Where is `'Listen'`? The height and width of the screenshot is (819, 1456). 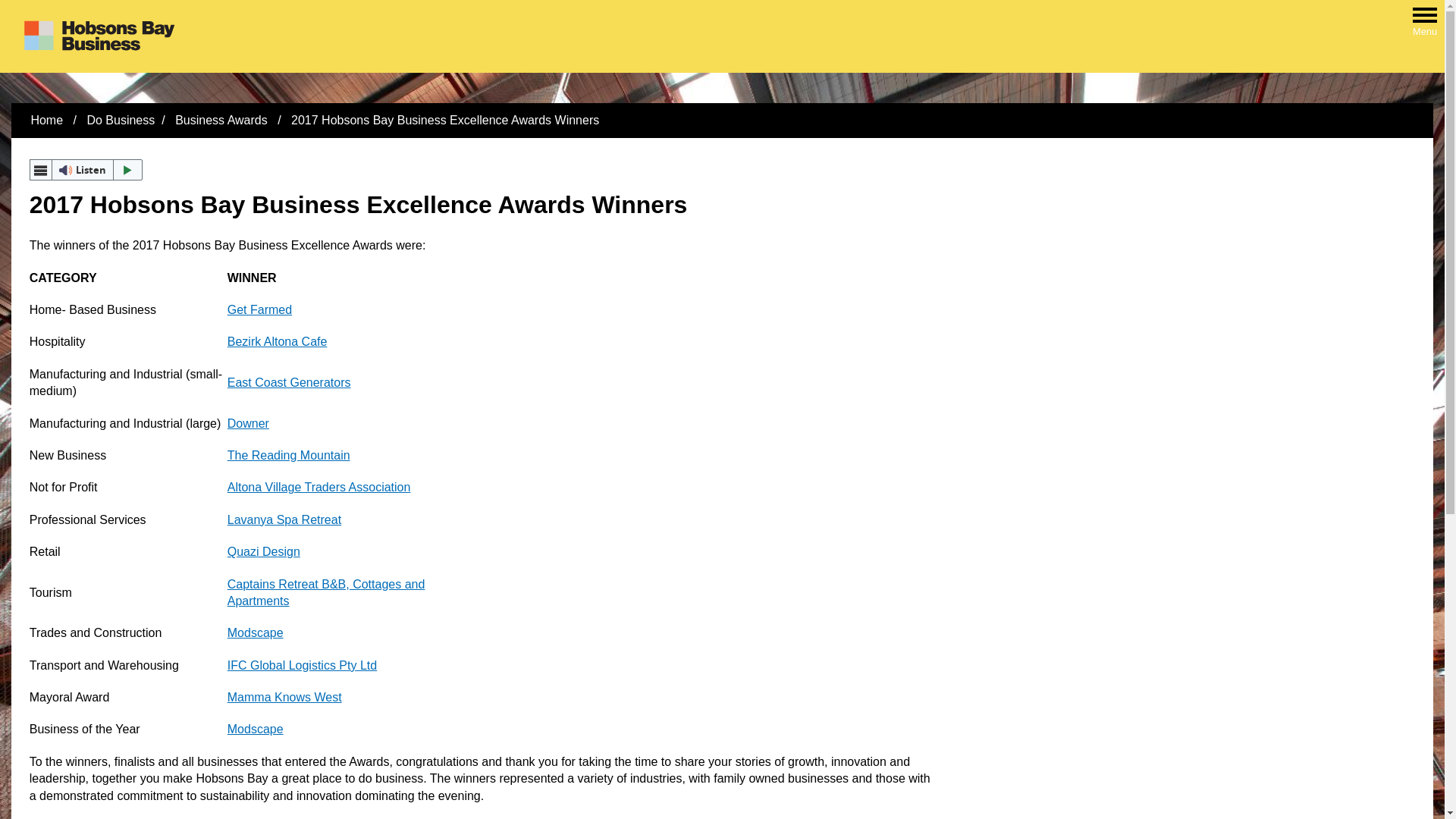 'Listen' is located at coordinates (86, 169).